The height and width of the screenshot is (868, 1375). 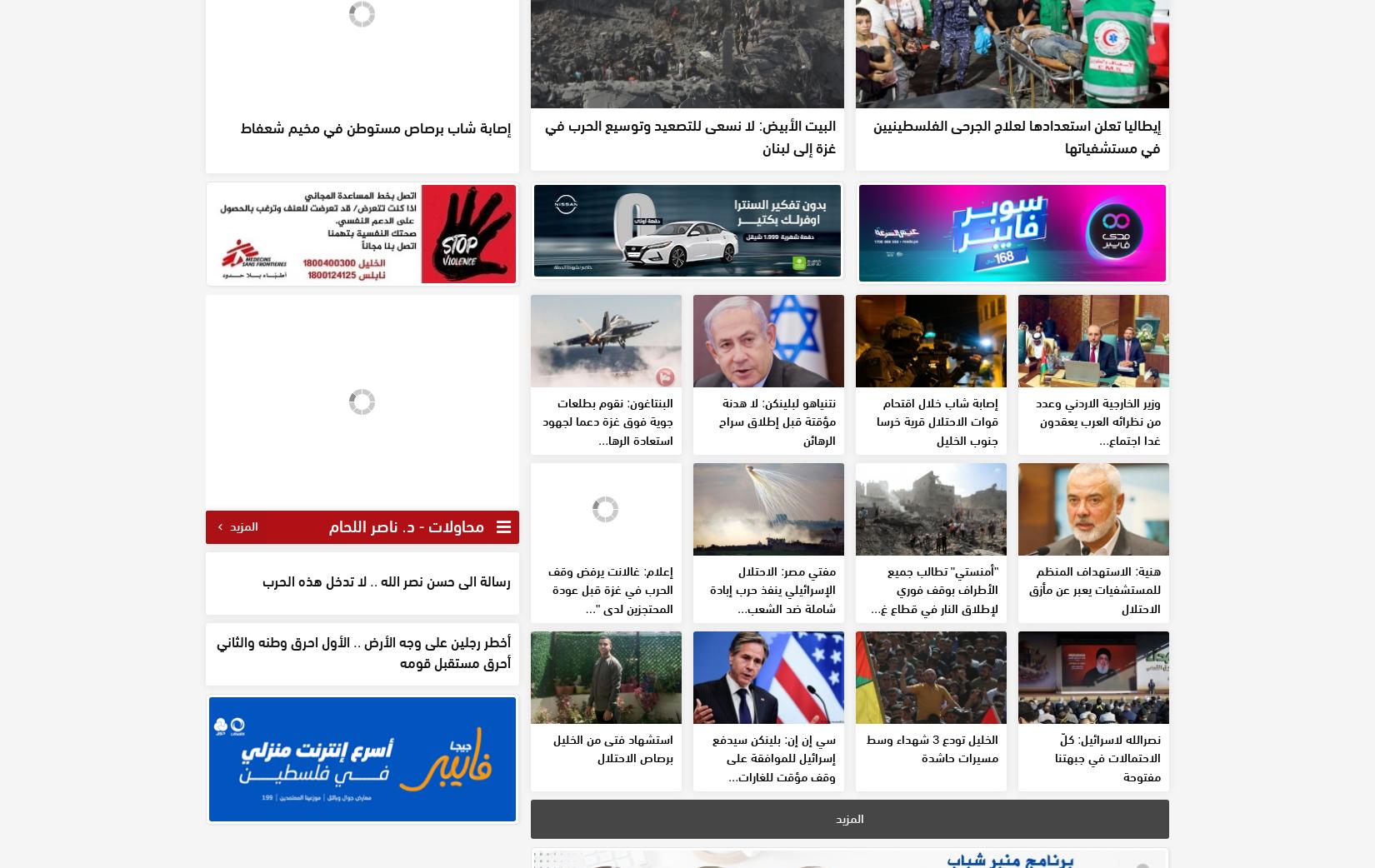 I want to click on '"أمنستي" تطالب جميع الأطراف بوقف فوري لإطلاق النار في قطاع غ...', so click(x=934, y=709).